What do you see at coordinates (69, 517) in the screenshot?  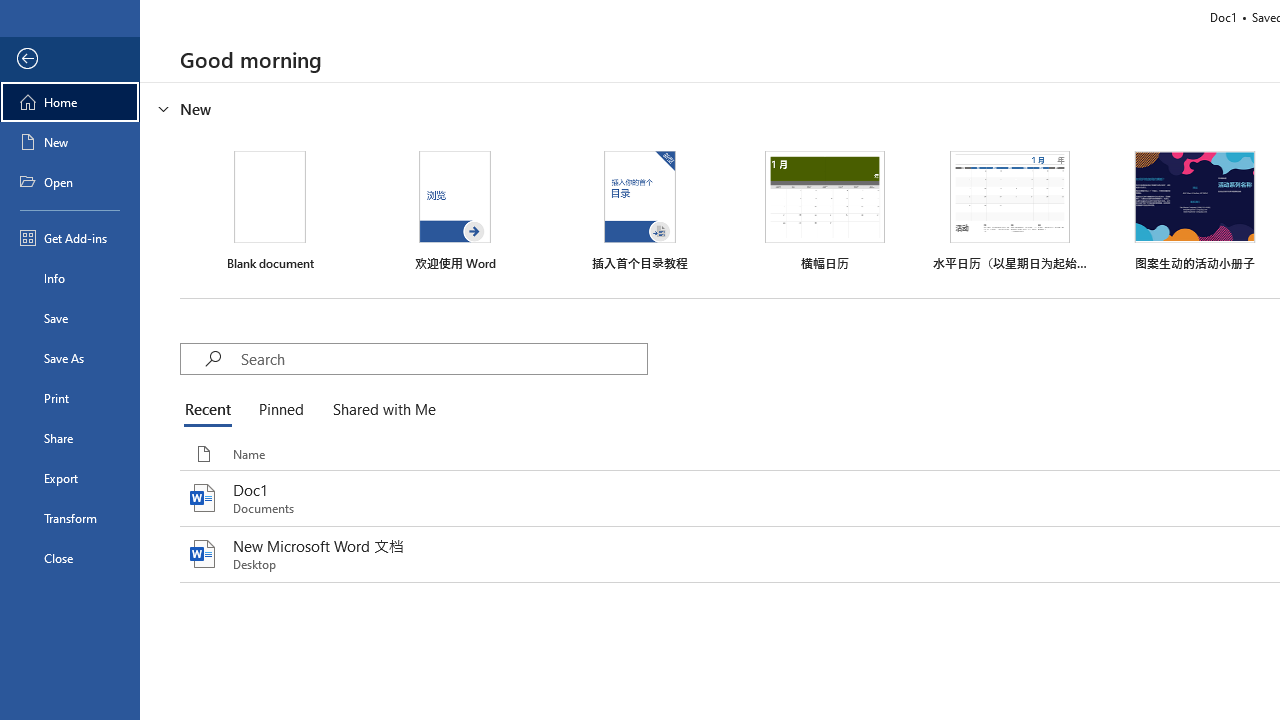 I see `'Transform'` at bounding box center [69, 517].